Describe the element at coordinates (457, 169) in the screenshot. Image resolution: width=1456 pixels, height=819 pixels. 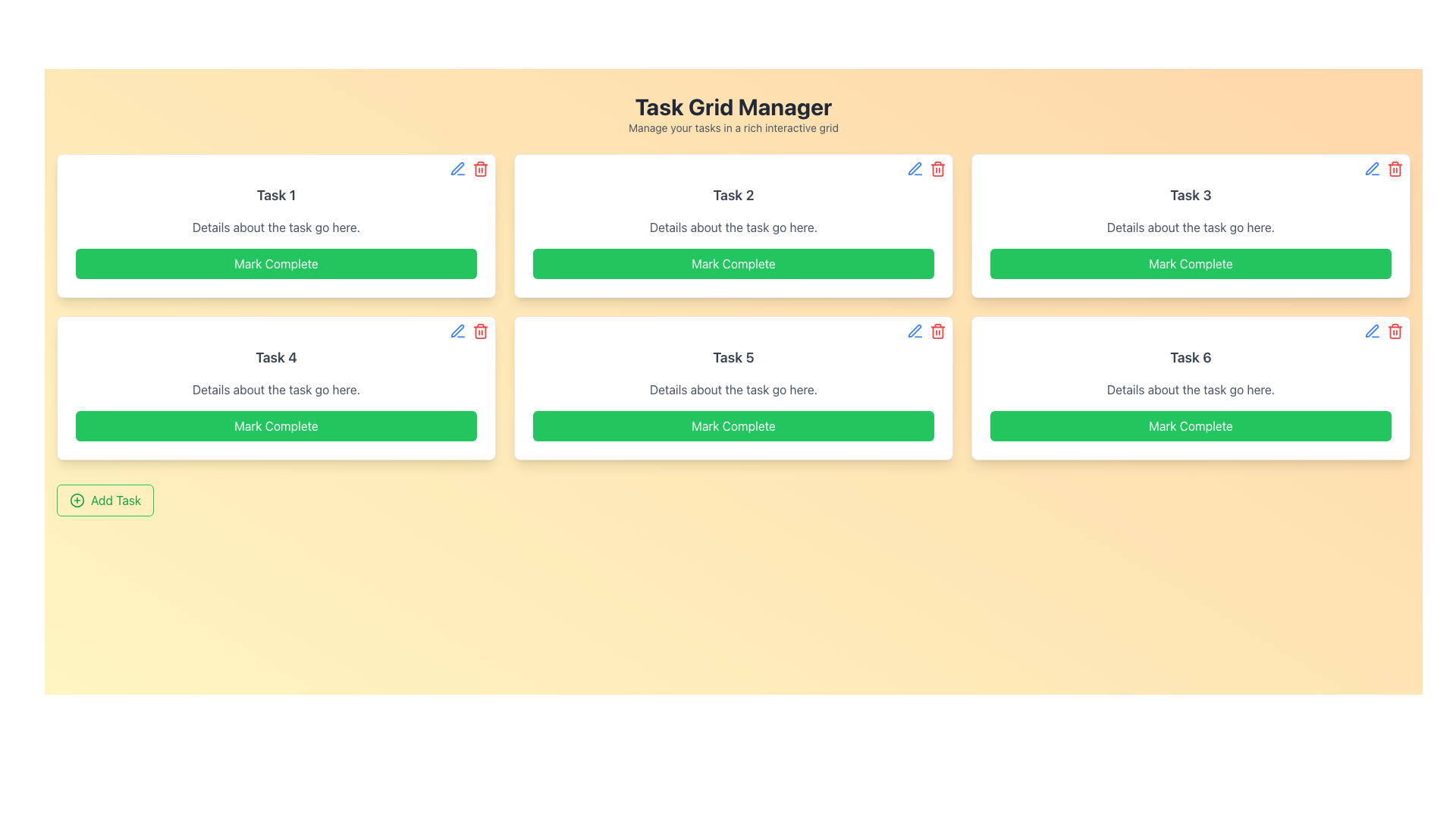
I see `the edit button located at the top-right corner of the task card labeled 'Task 1'` at that location.